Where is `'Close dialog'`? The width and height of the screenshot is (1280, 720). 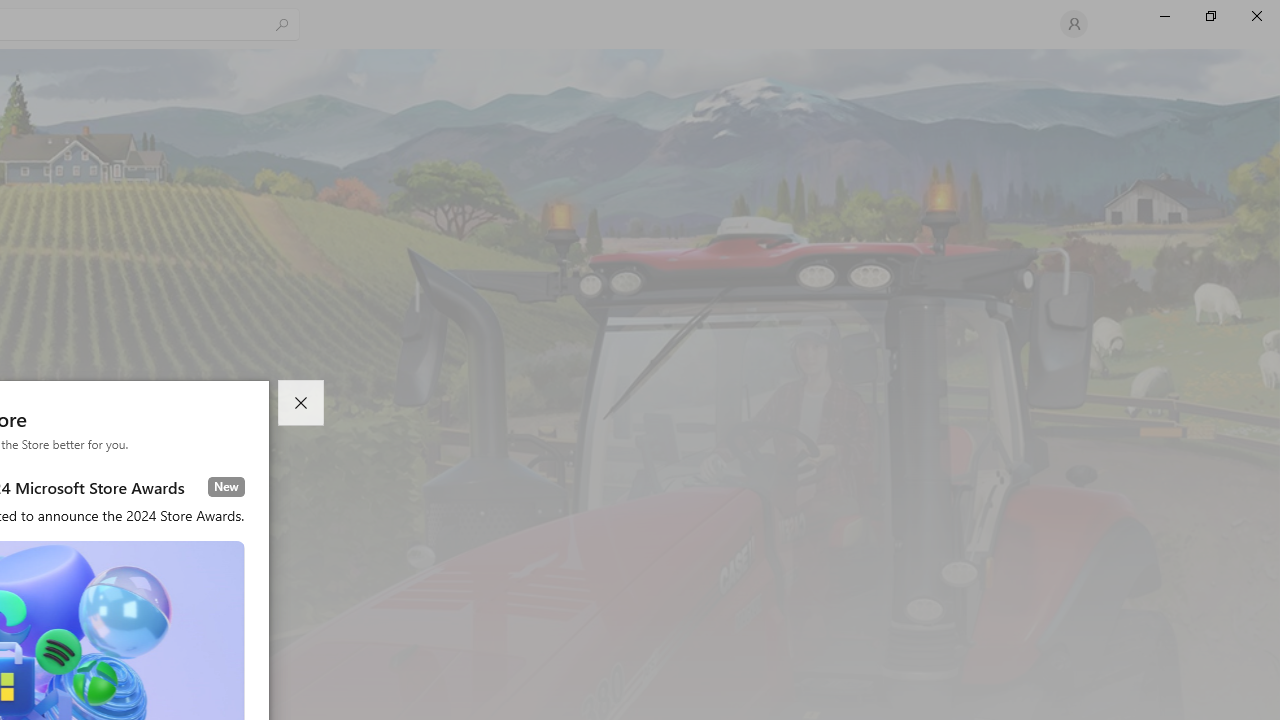
'Close dialog' is located at coordinates (299, 403).